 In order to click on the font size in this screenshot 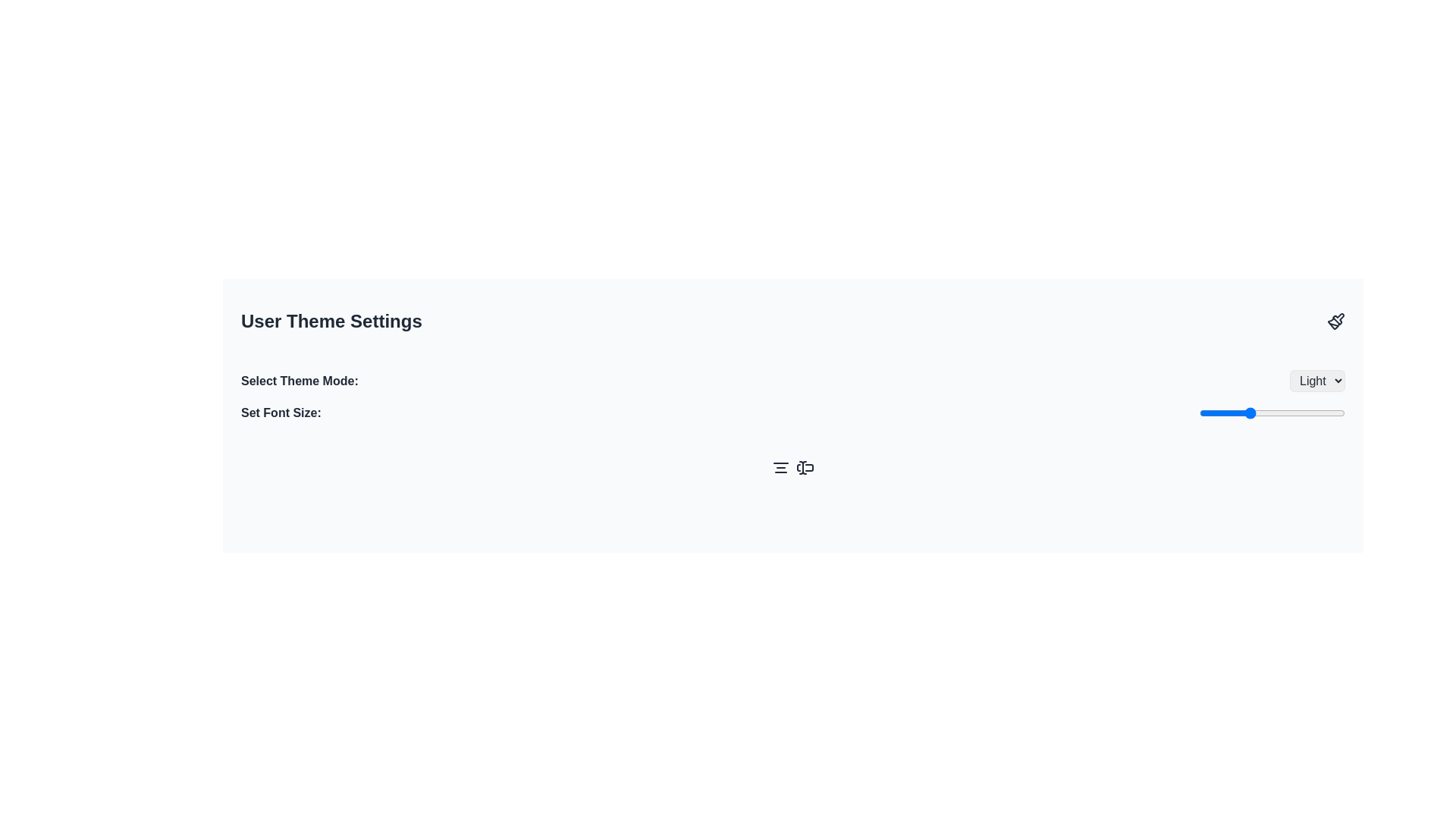, I will do `click(1284, 413)`.